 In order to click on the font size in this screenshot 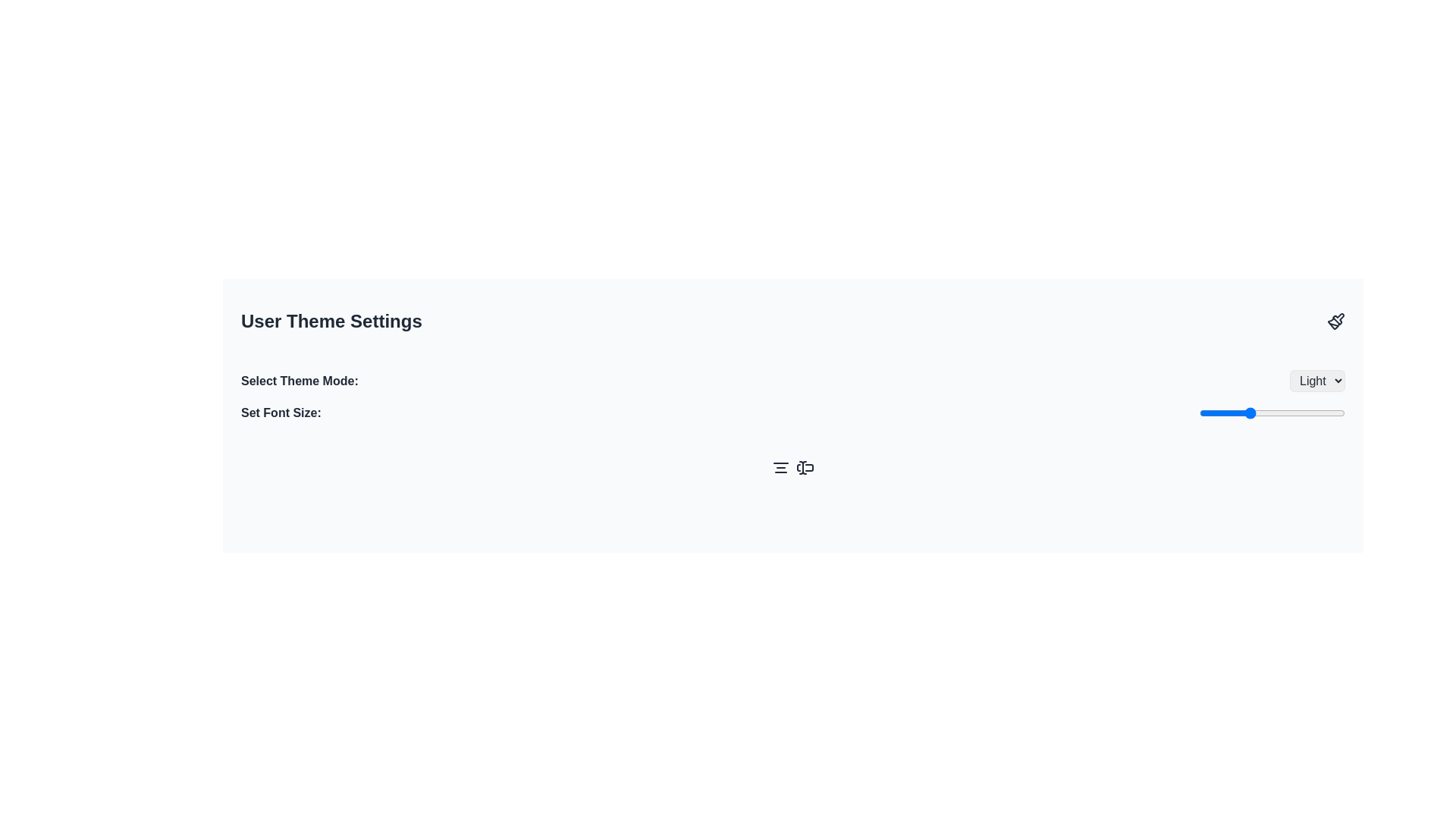, I will do `click(1284, 413)`.